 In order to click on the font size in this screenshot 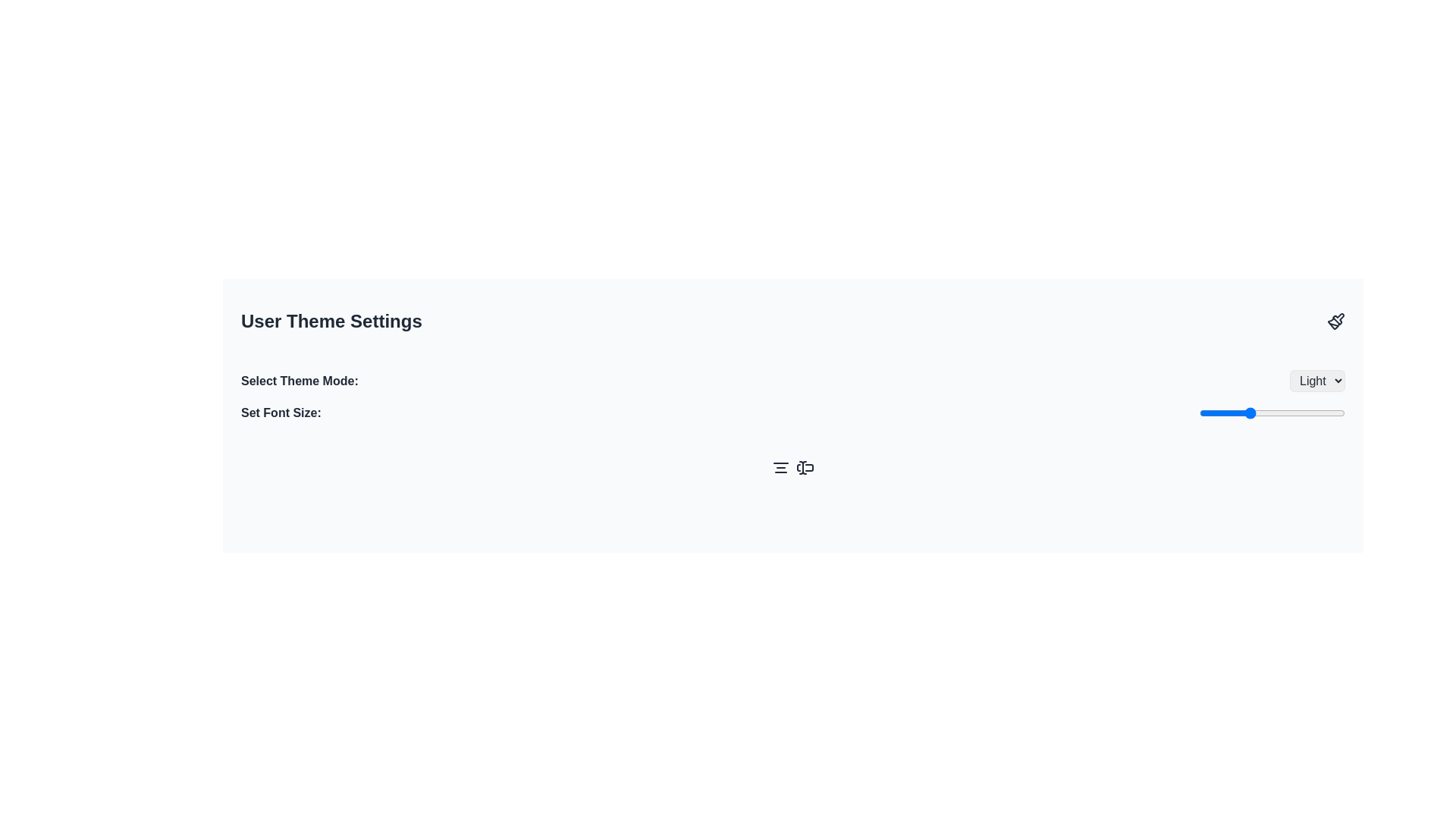, I will do `click(1284, 413)`.